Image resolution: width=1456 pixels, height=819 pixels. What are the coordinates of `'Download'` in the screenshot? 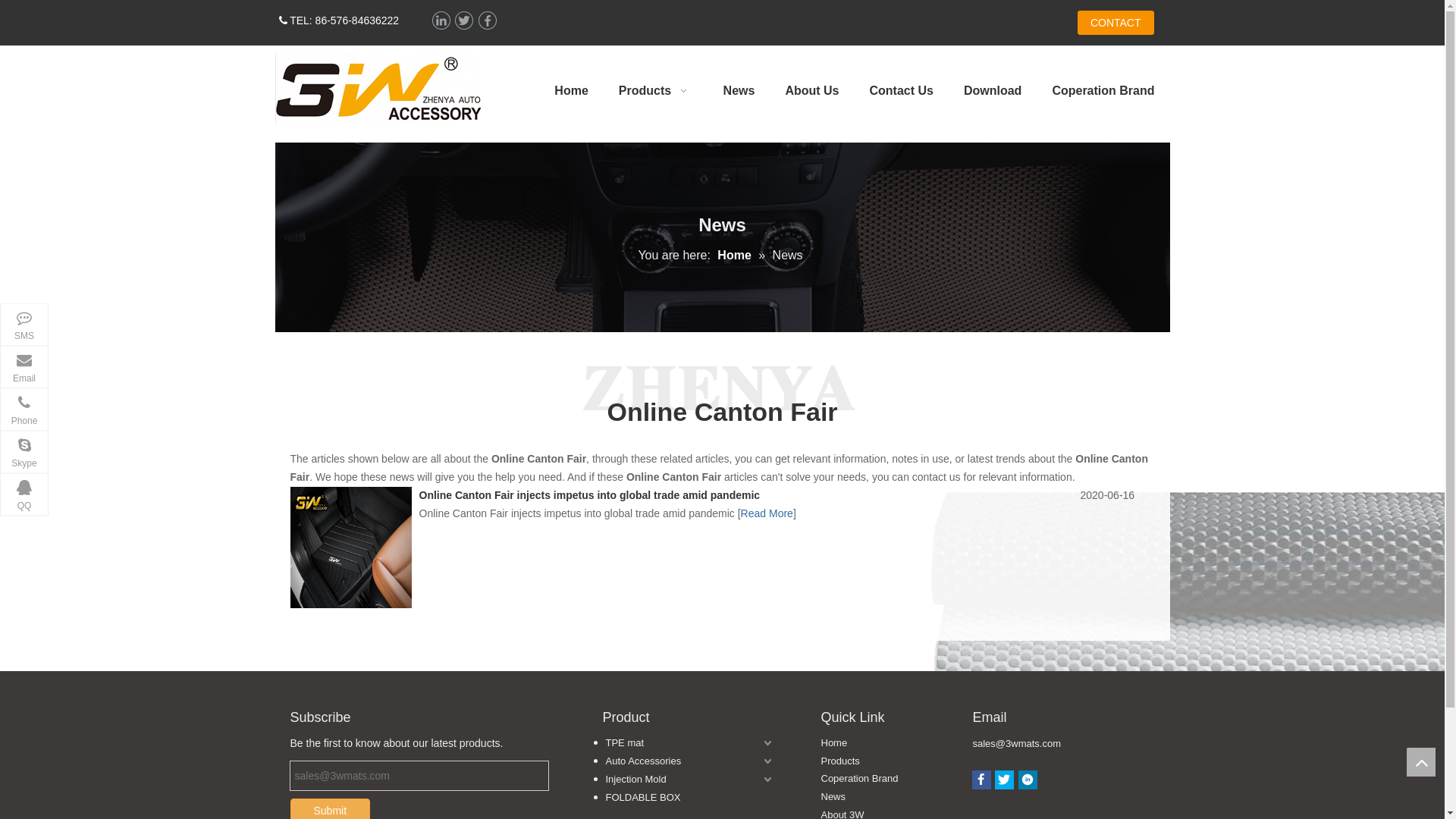 It's located at (948, 90).